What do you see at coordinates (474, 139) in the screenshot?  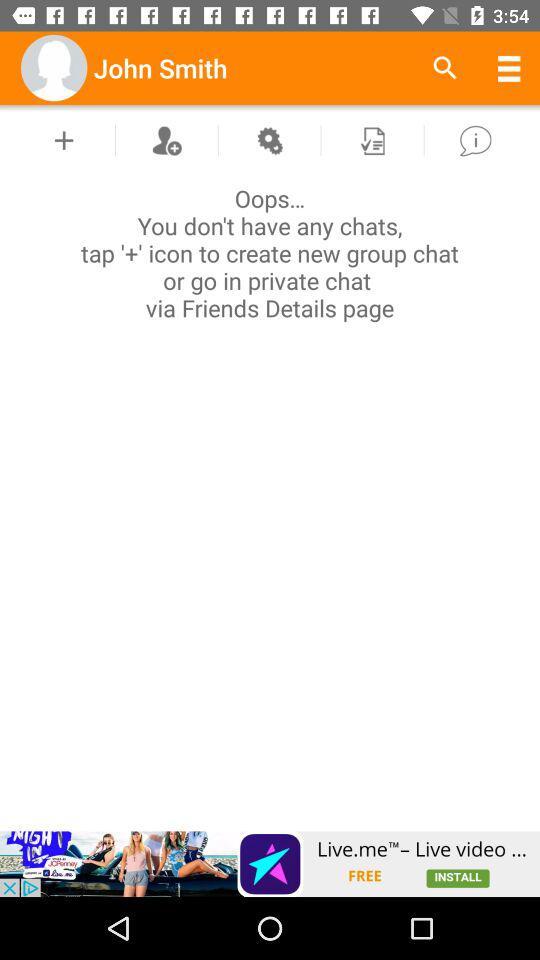 I see `get more information` at bounding box center [474, 139].